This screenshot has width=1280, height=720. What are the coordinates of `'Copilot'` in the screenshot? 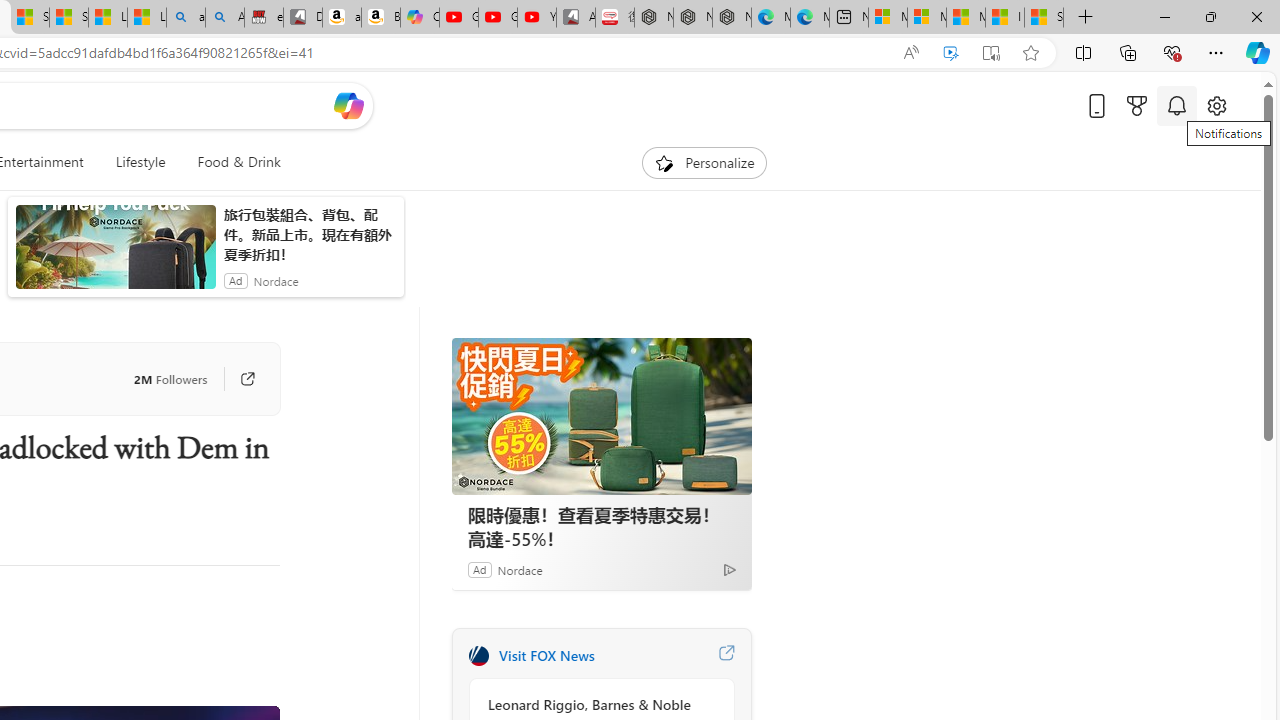 It's located at (418, 17).